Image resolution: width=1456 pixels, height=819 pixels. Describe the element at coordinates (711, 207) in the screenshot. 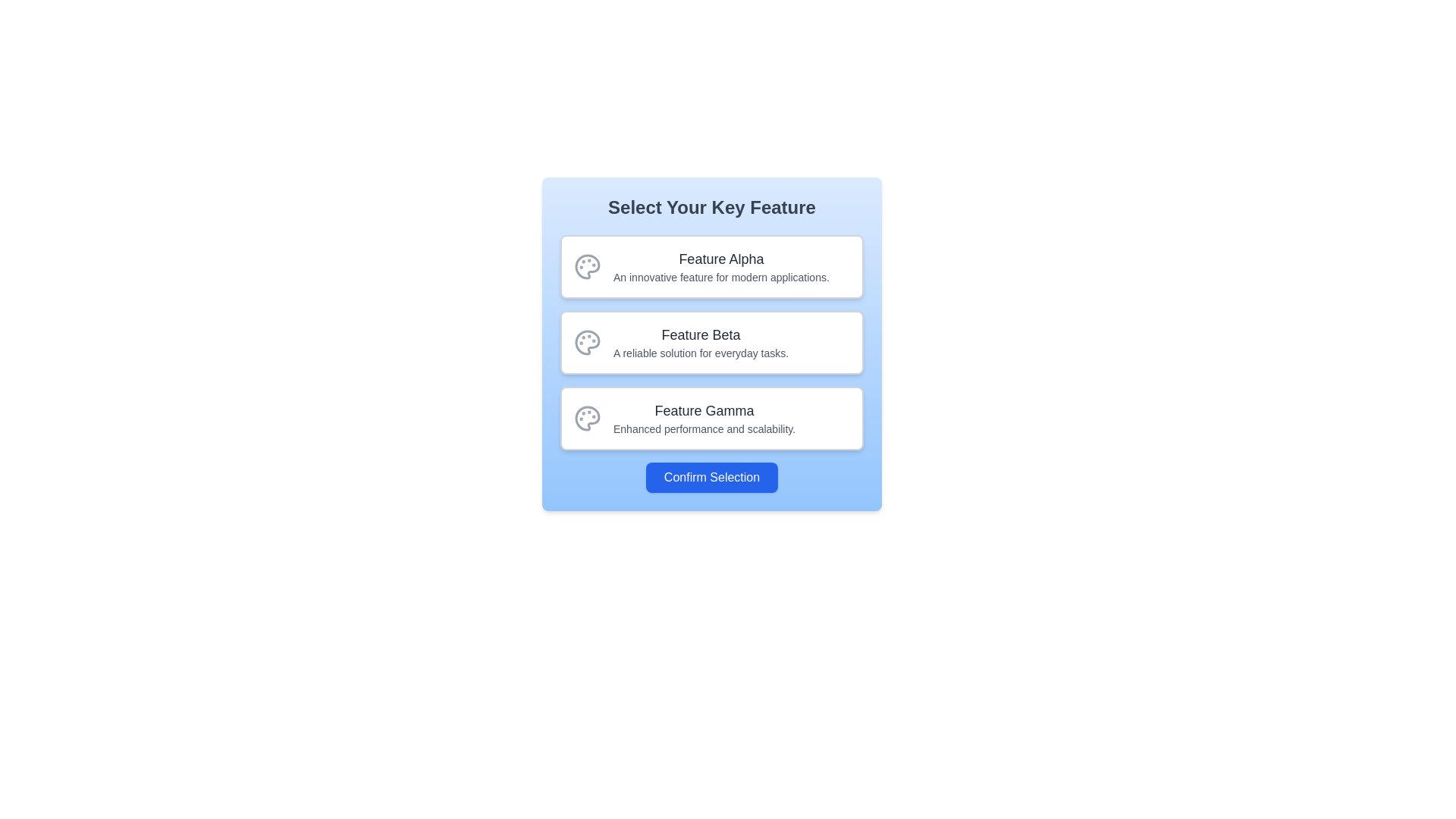

I see `the text label that says 'Select Your Key Feature', which is styled in bold and large font at the top of a light blue card` at that location.